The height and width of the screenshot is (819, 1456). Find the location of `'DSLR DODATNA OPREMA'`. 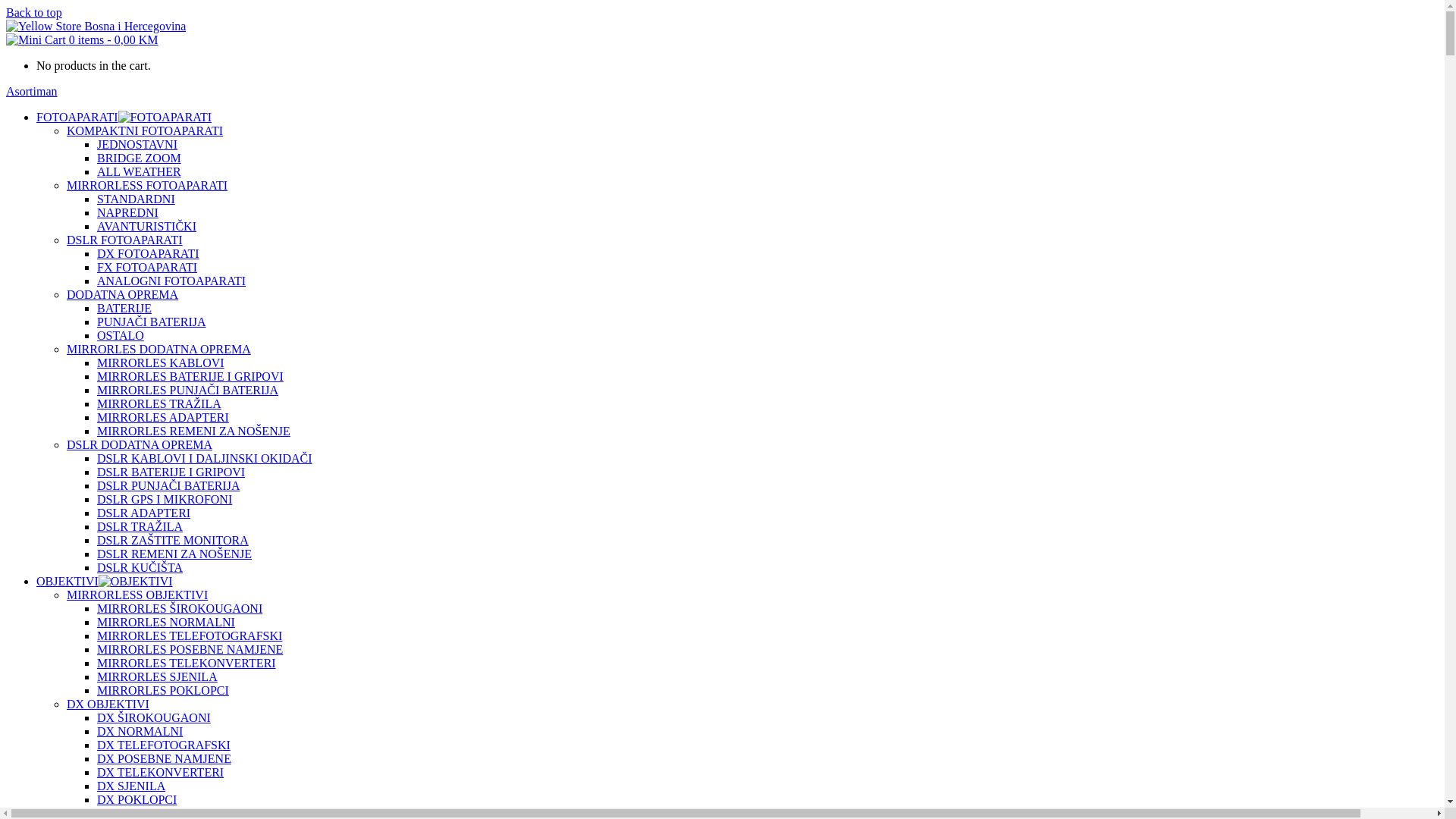

'DSLR DODATNA OPREMA' is located at coordinates (139, 444).